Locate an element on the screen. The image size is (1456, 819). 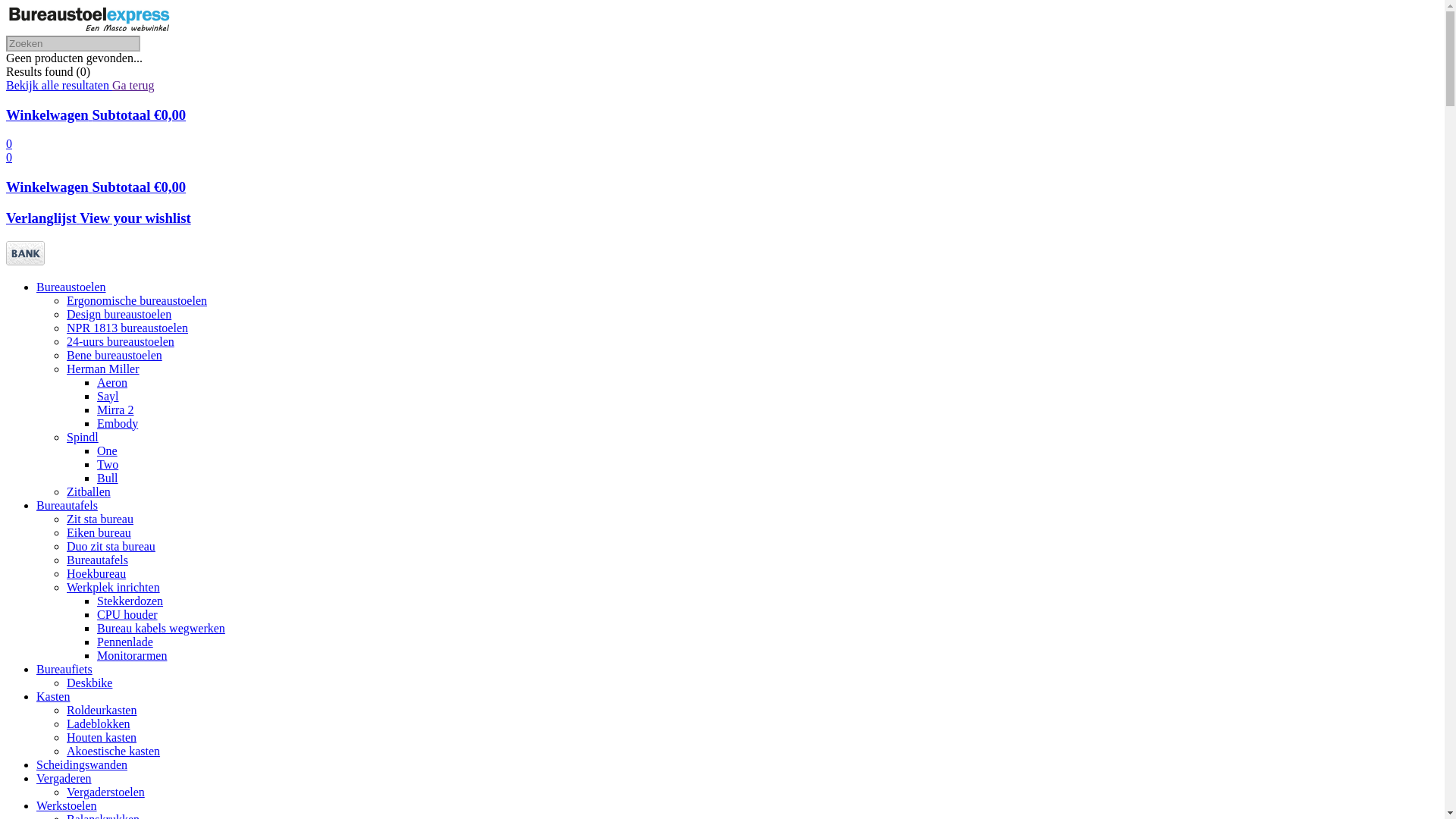
'Eiken bureau' is located at coordinates (98, 532).